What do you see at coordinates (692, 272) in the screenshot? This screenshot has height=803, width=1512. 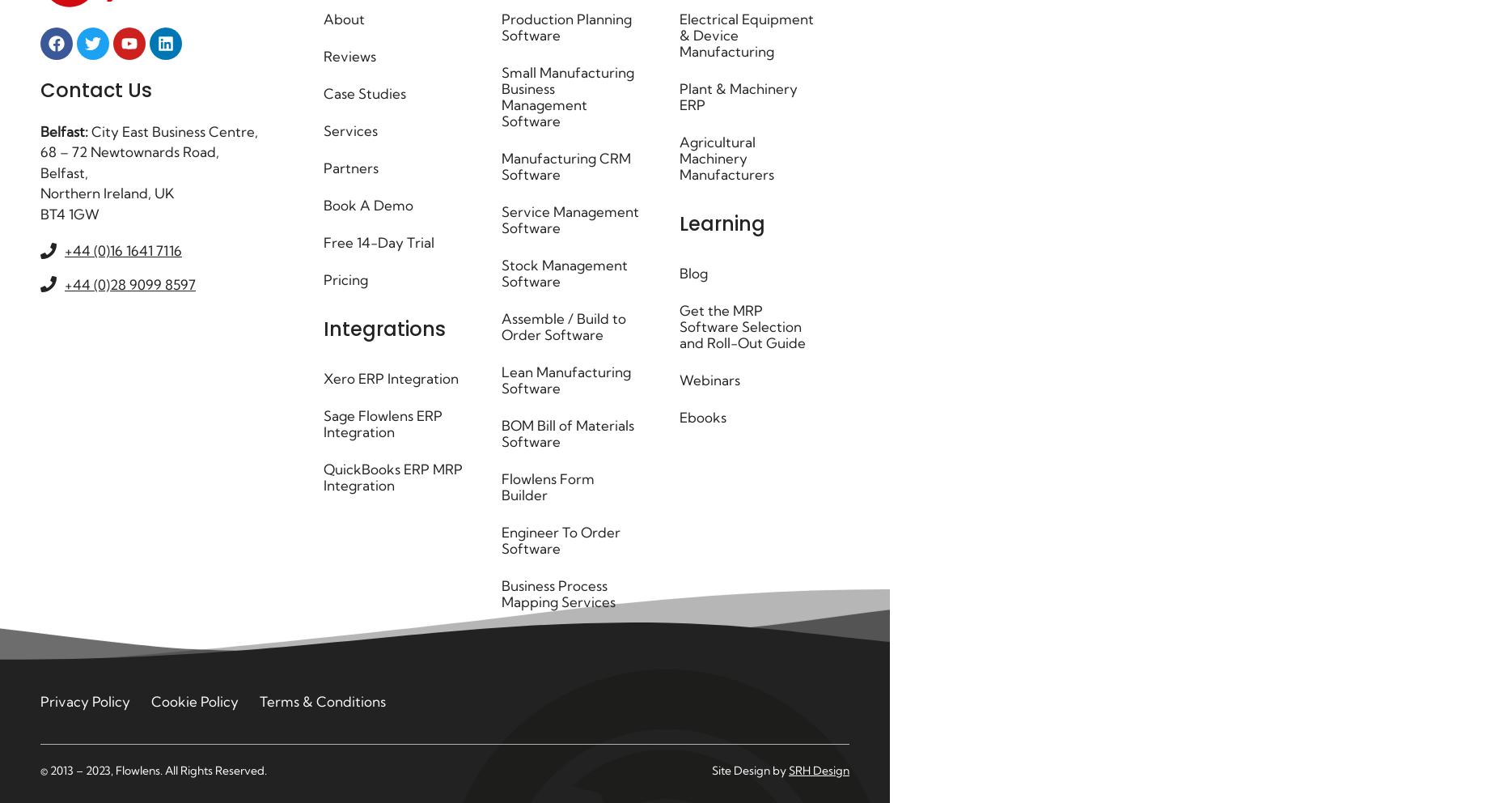 I see `'Blog'` at bounding box center [692, 272].